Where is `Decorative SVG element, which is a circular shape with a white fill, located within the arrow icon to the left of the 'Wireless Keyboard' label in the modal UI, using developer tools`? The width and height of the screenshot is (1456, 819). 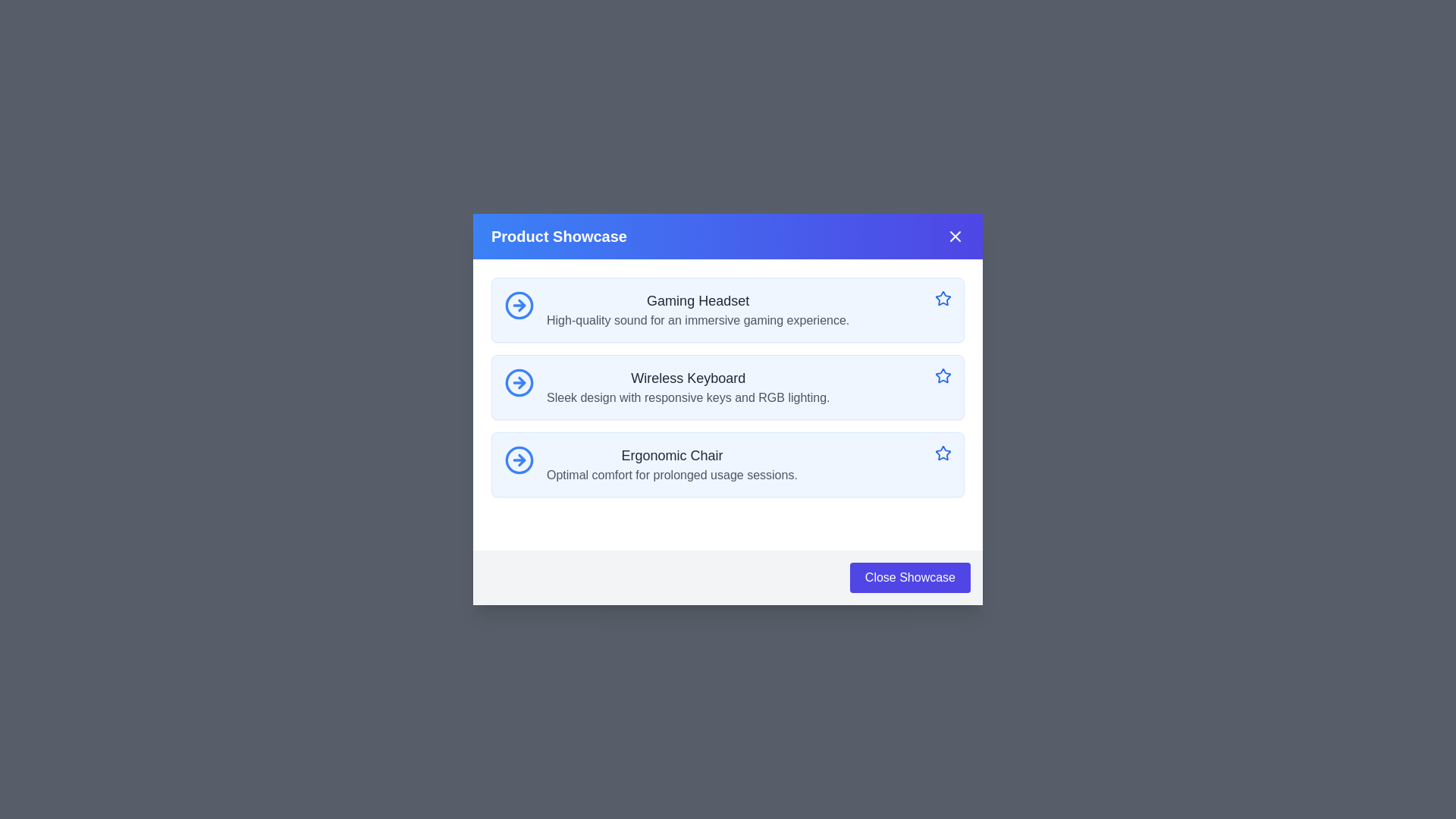 Decorative SVG element, which is a circular shape with a white fill, located within the arrow icon to the left of the 'Wireless Keyboard' label in the modal UI, using developer tools is located at coordinates (519, 382).